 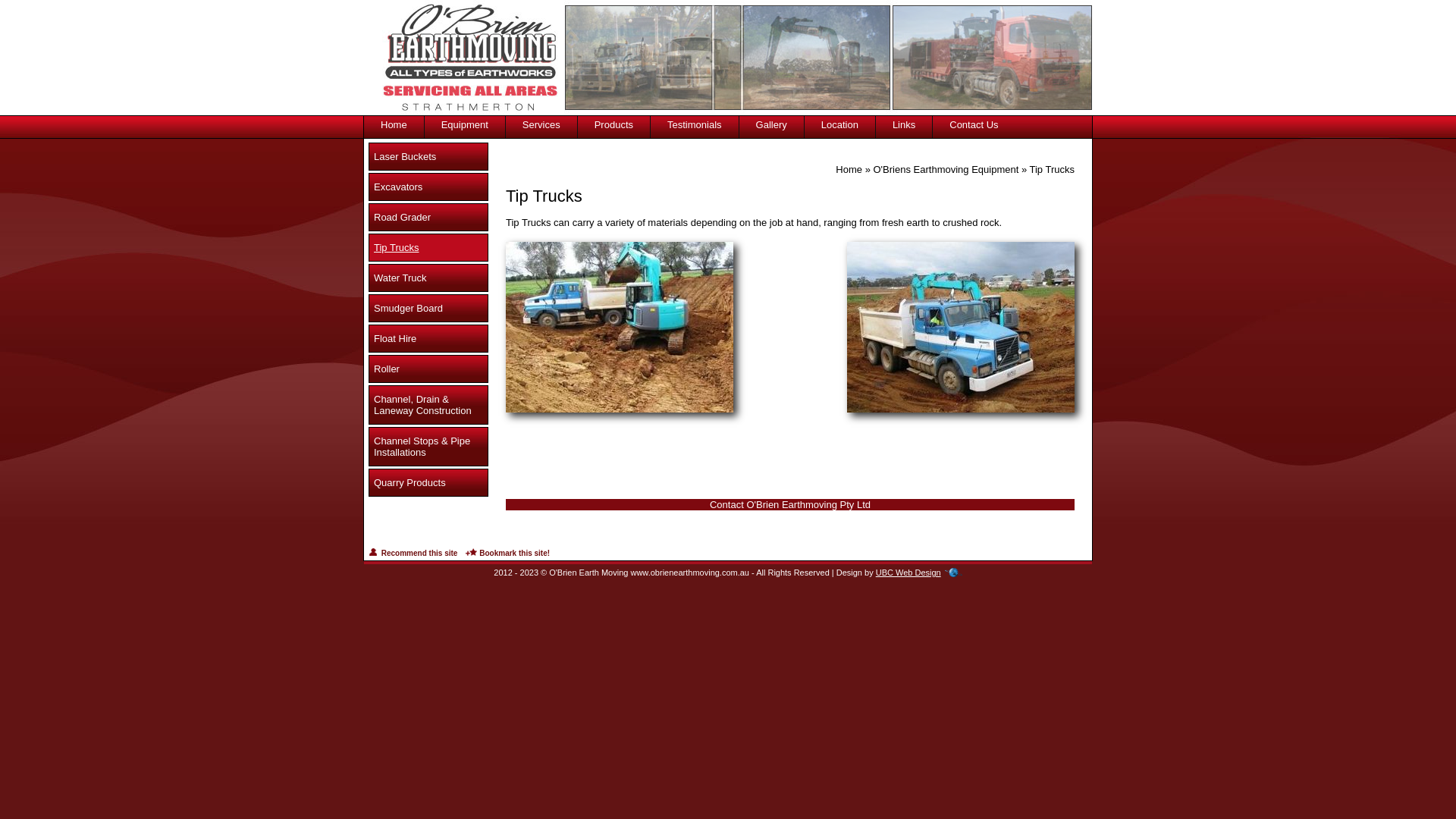 What do you see at coordinates (465, 553) in the screenshot?
I see `'Bookmark this site!'` at bounding box center [465, 553].